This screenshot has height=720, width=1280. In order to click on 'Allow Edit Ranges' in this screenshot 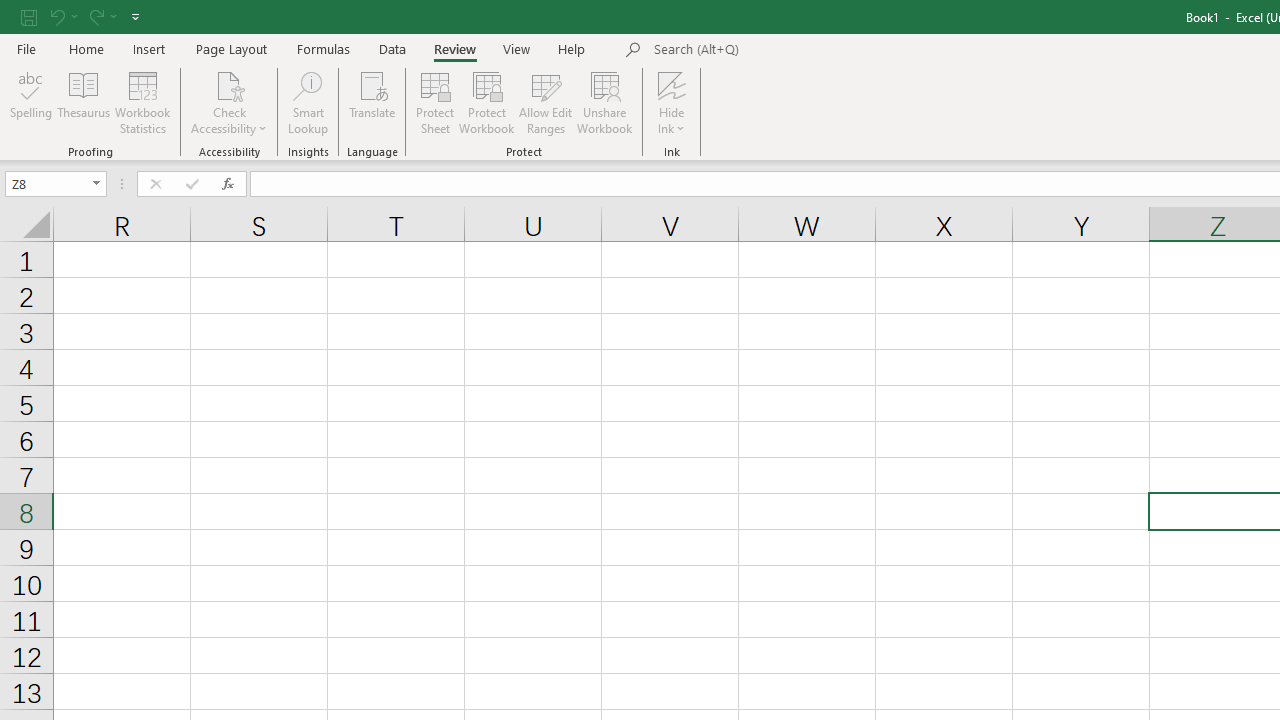, I will do `click(545, 103)`.